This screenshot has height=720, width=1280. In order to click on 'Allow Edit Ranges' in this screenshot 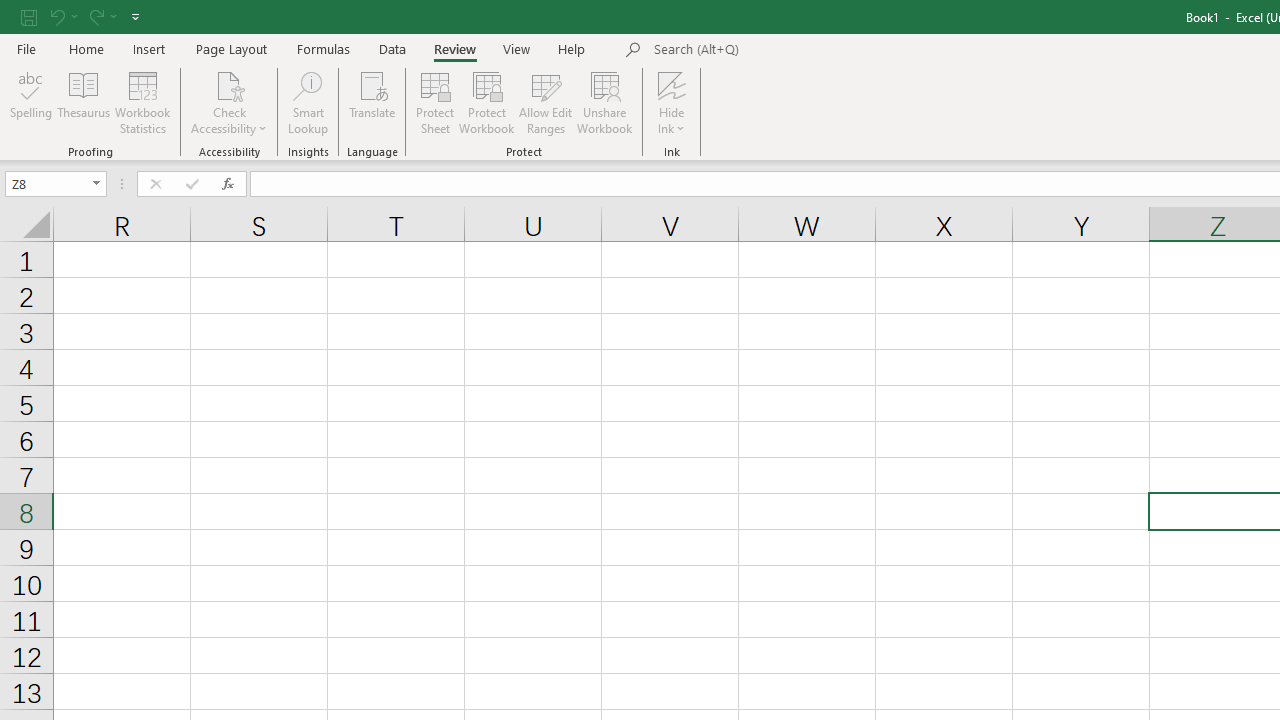, I will do `click(545, 103)`.